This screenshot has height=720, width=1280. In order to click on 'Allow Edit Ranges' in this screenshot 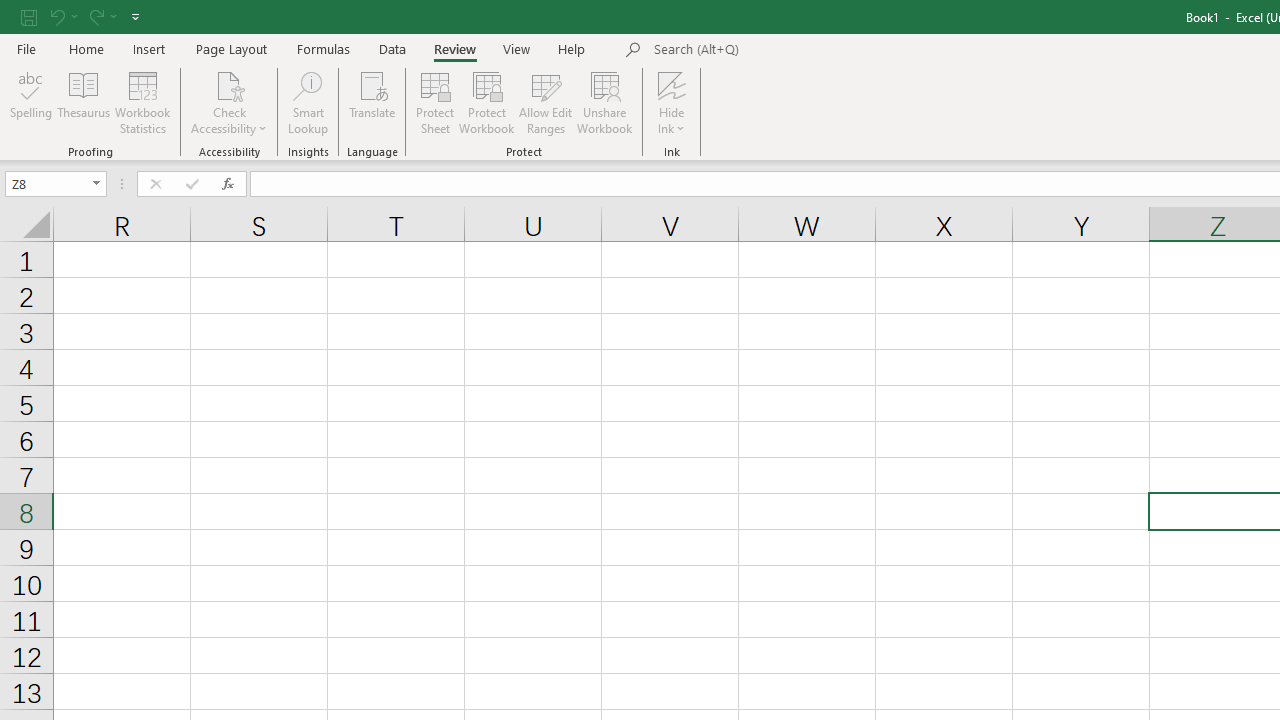, I will do `click(545, 103)`.